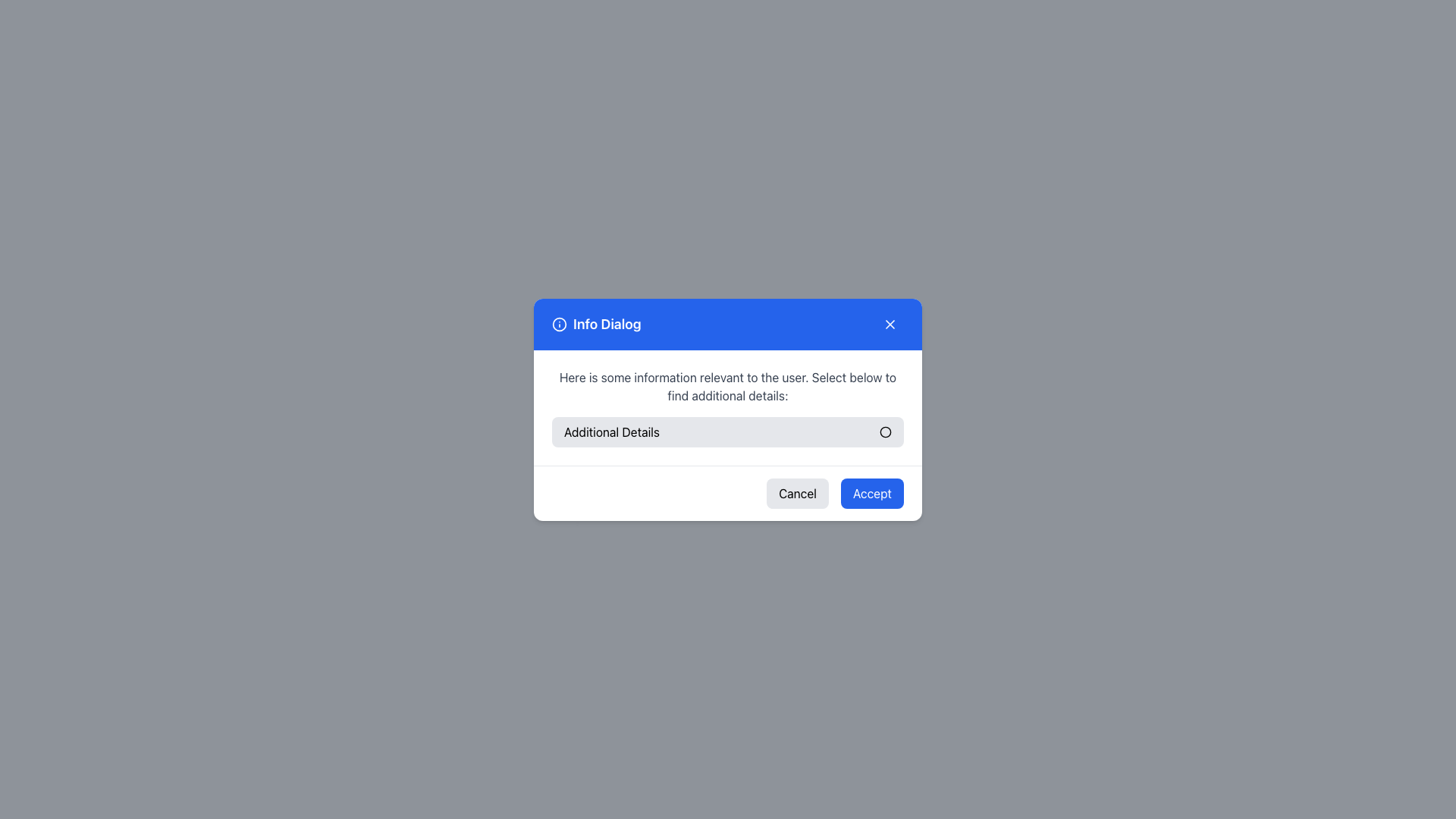 This screenshot has width=1456, height=819. What do you see at coordinates (728, 385) in the screenshot?
I see `the text block displaying the message 'Here is some information relevant to the user. Select below to find additional details:' which is styled in gray font and positioned at the top of the dialog box` at bounding box center [728, 385].